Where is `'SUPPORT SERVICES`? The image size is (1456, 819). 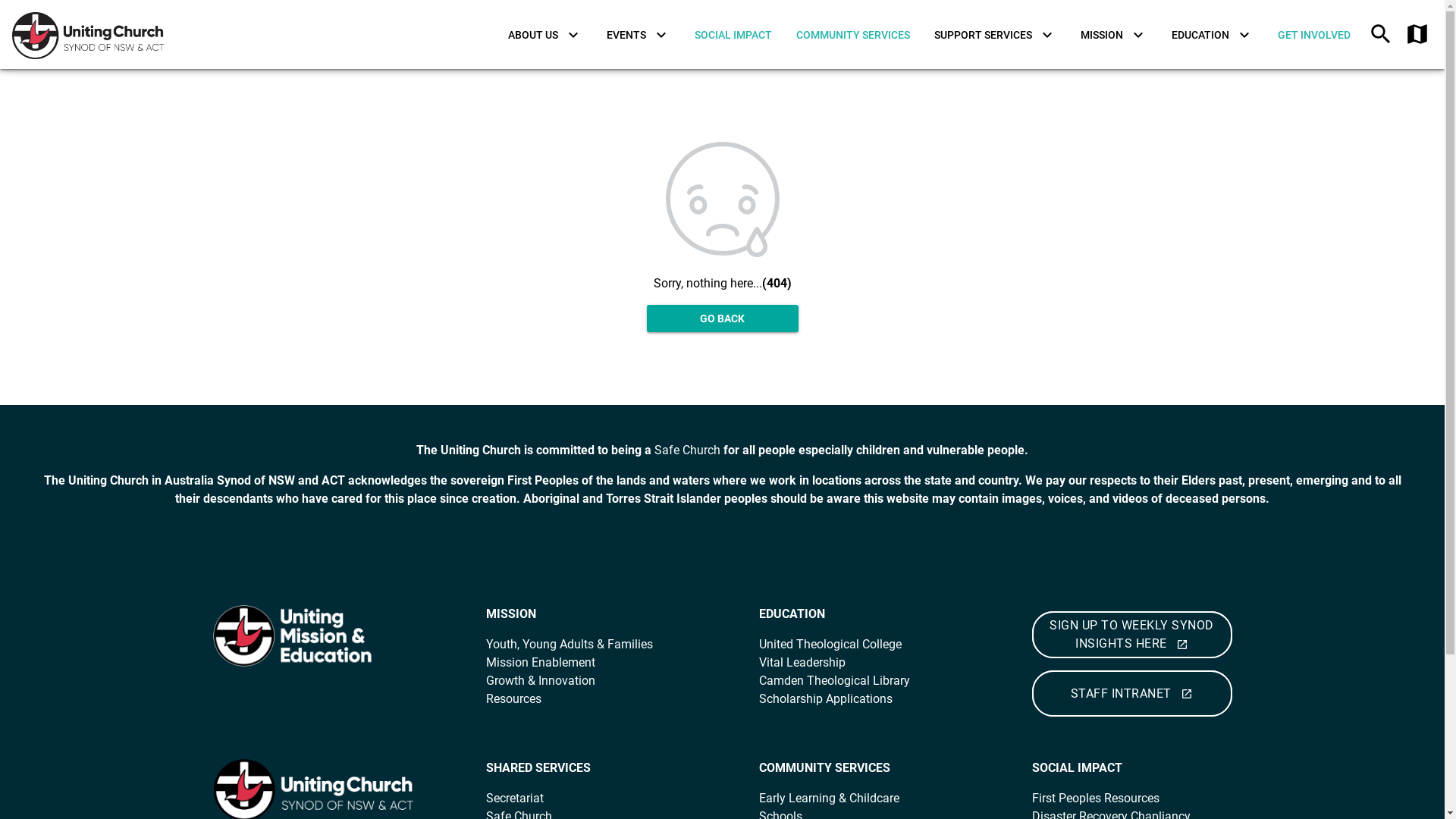 'SUPPORT SERVICES is located at coordinates (995, 34).